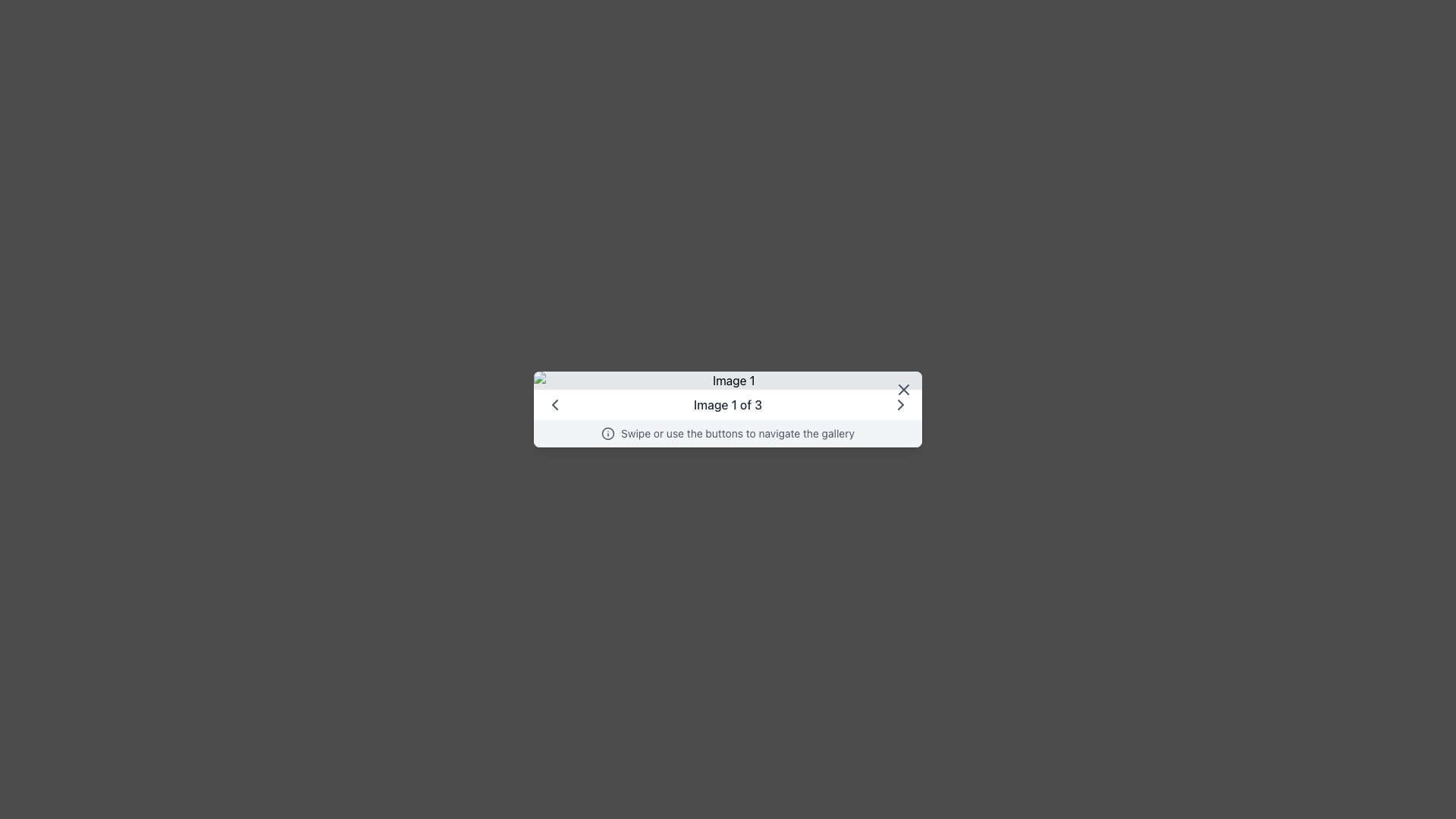 The image size is (1456, 819). What do you see at coordinates (607, 433) in the screenshot?
I see `the circular vector graphic icon with a dark outline and transparent interior located in the navigation options for the gallery` at bounding box center [607, 433].